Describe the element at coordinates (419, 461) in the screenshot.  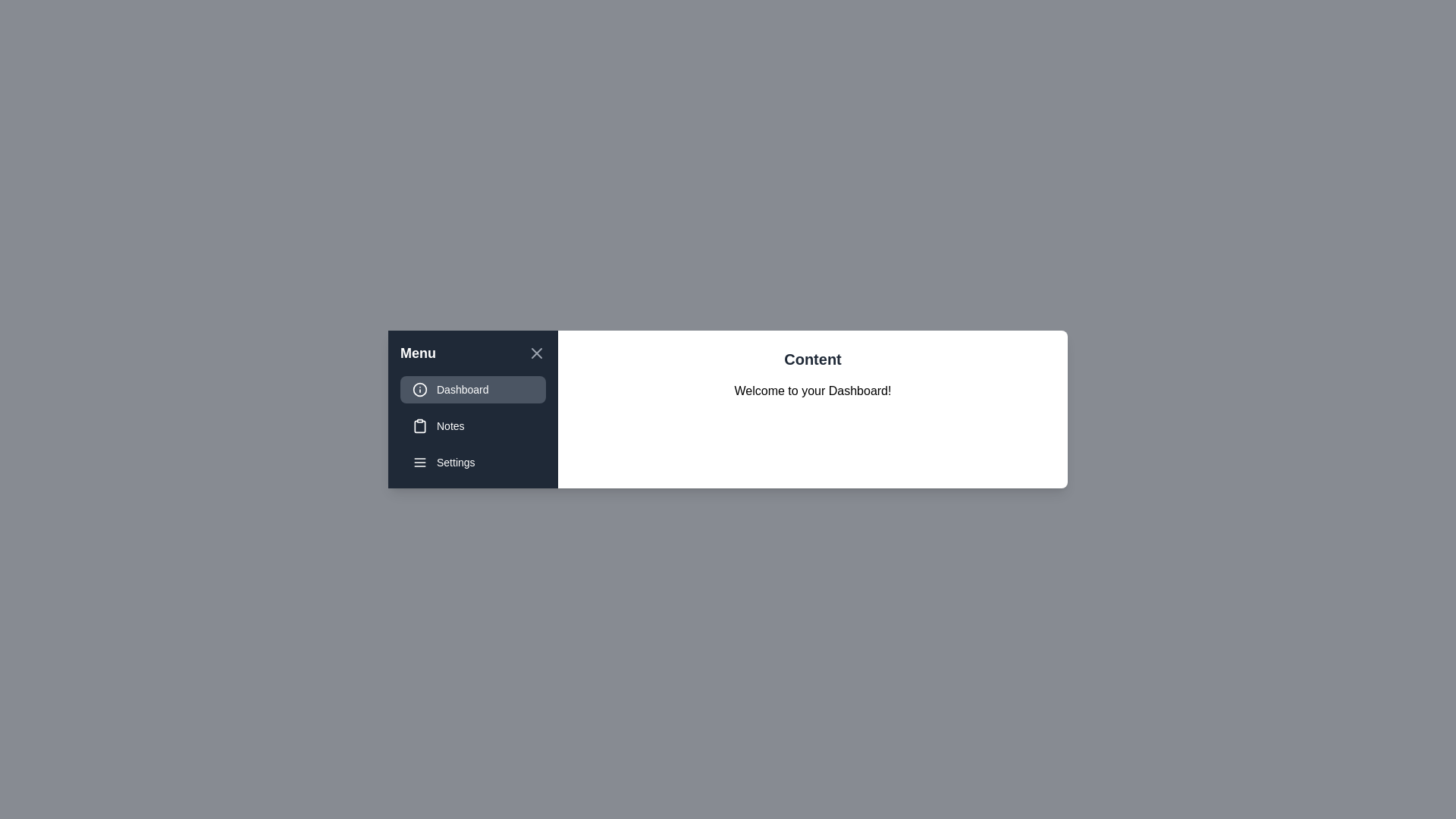
I see `the icon element representing the menu or settings symbol located to the left of the 'Settings' text label for informational purposes` at that location.